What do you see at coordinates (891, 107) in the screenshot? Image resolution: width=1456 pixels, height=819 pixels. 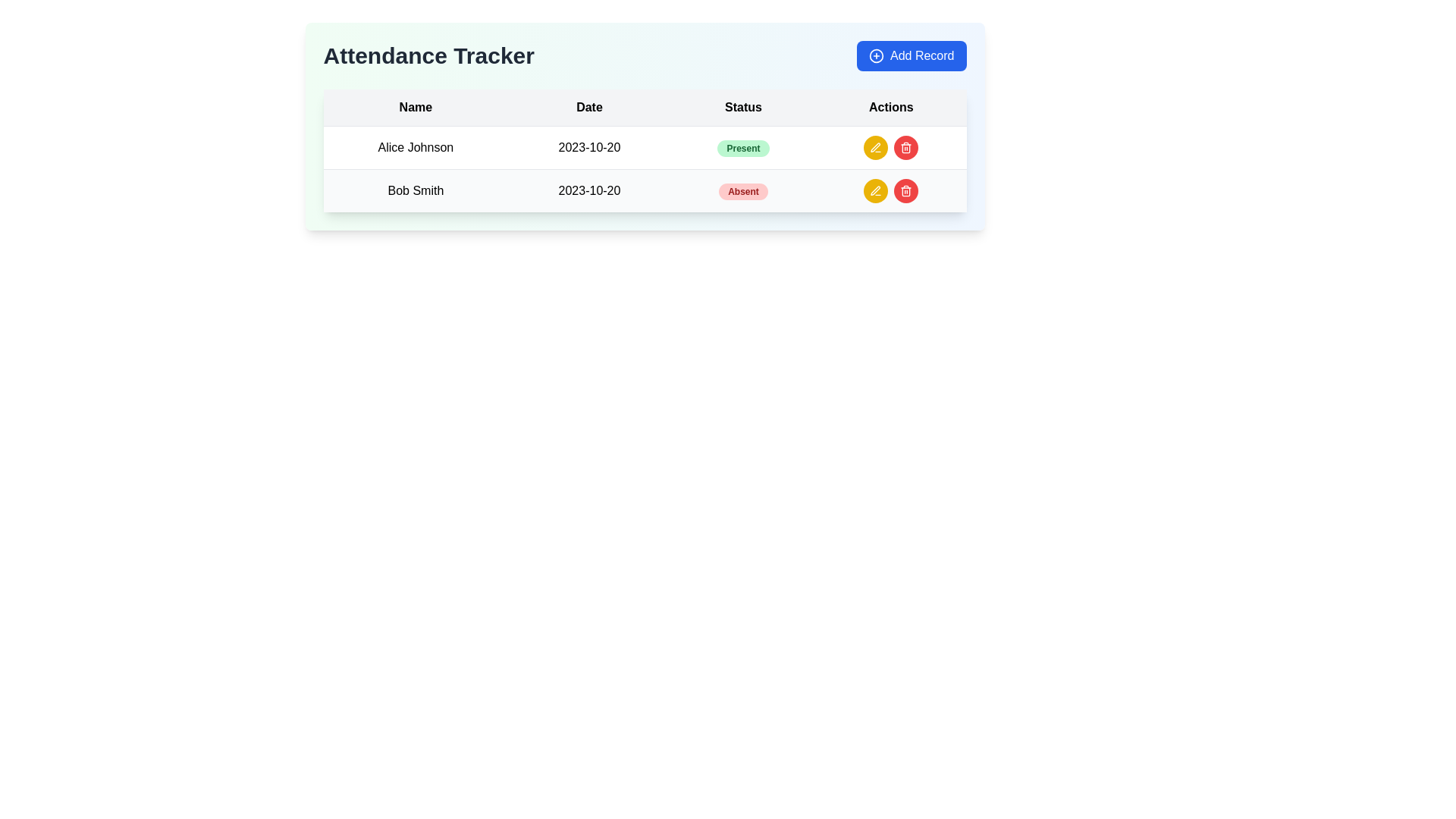 I see `the text label in the fourth cell of the header row of the Attendance Tracker table, which indicates the column for action buttons` at bounding box center [891, 107].